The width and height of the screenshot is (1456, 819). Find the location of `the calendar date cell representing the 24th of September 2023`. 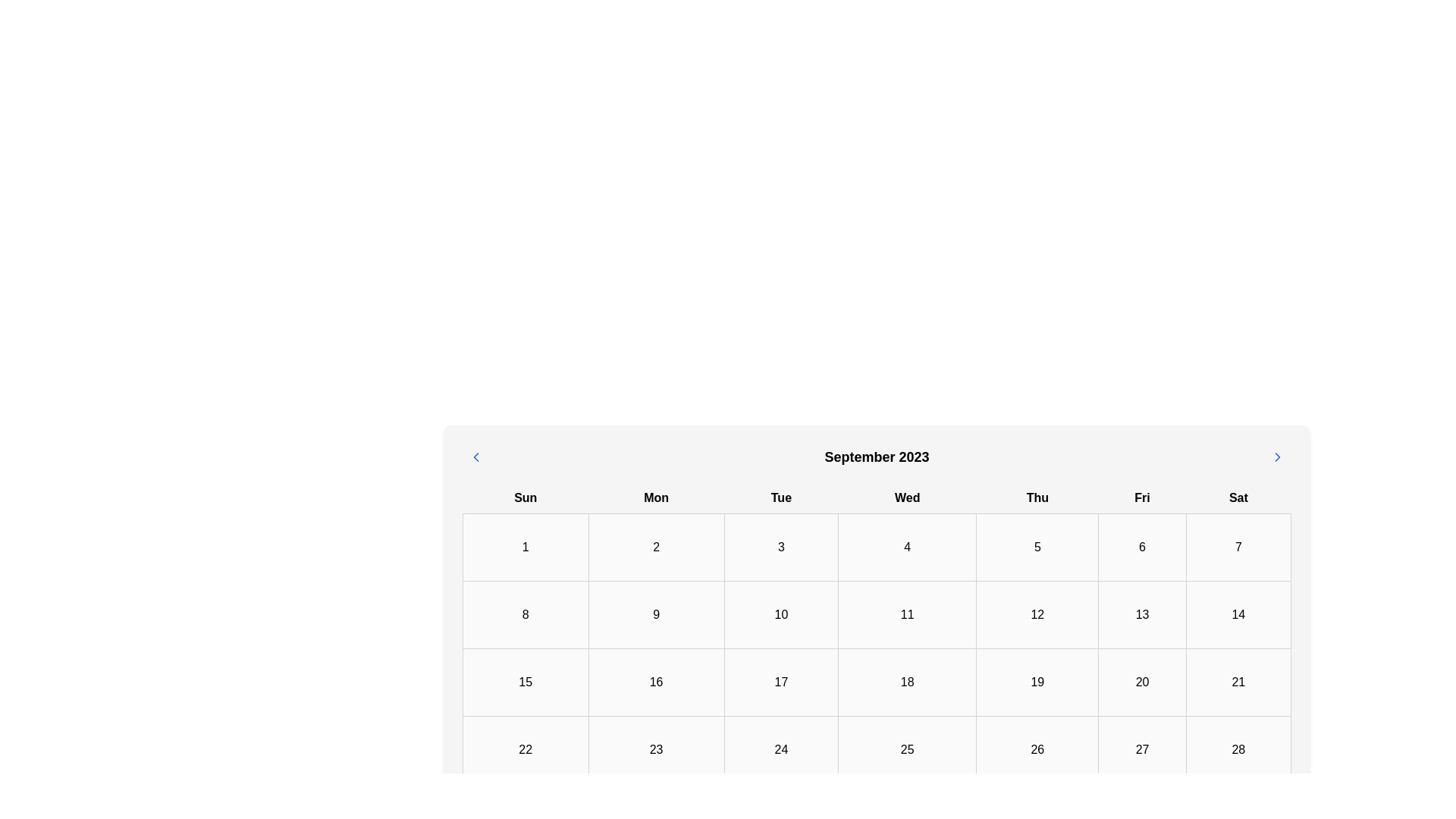

the calendar date cell representing the 24th of September 2023 is located at coordinates (781, 748).